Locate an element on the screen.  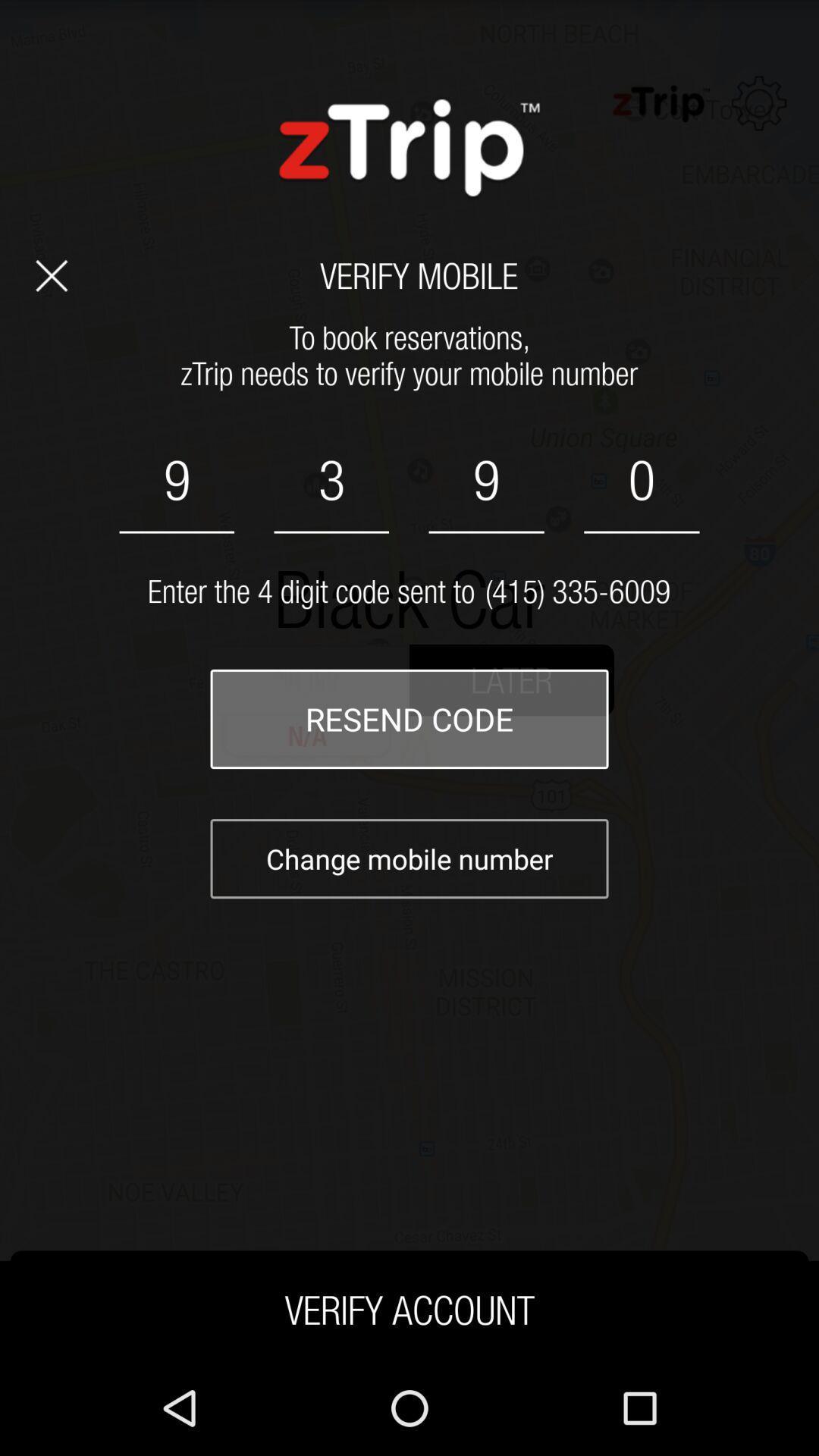
the close icon is located at coordinates (51, 295).